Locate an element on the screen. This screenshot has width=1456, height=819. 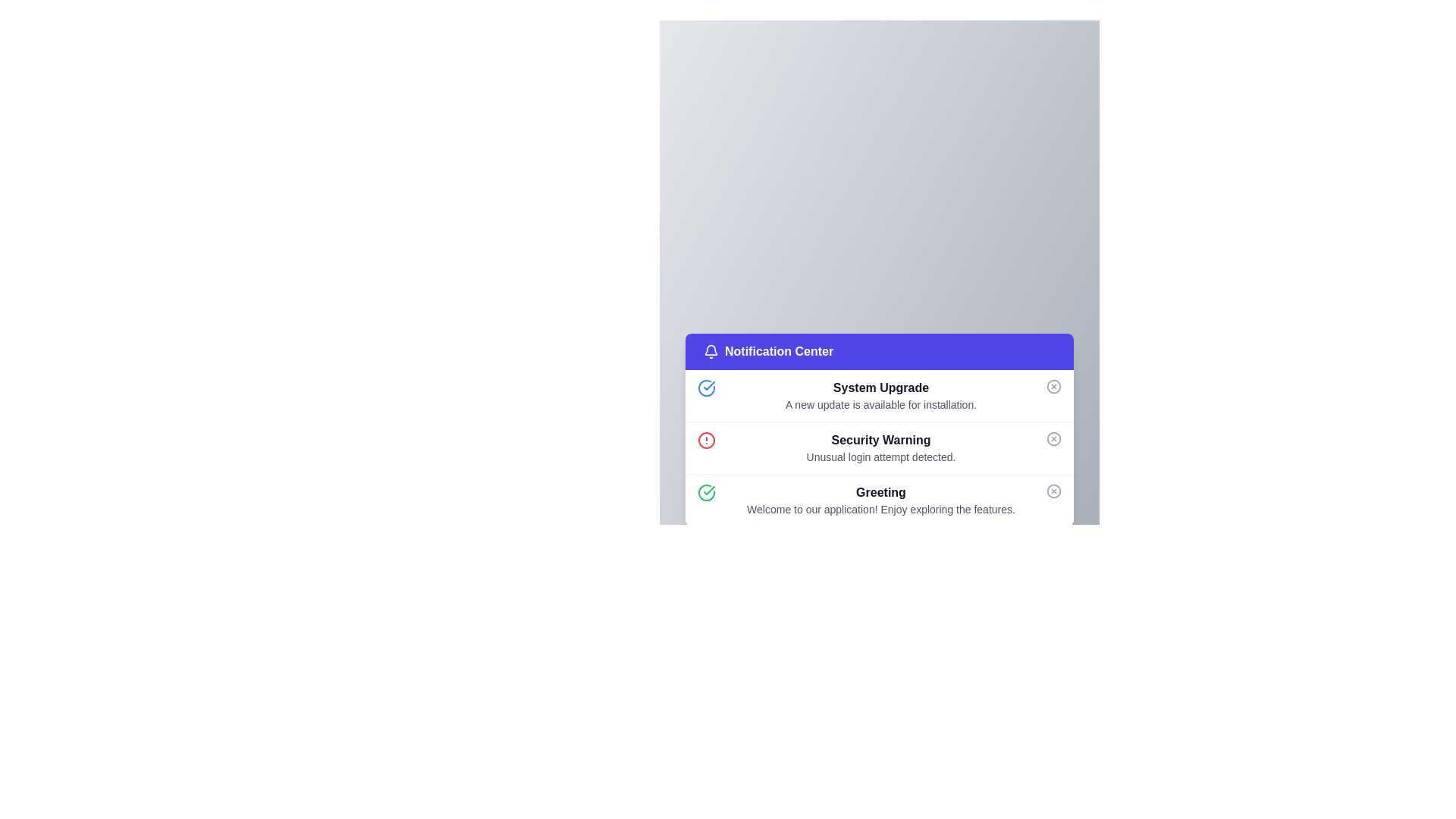
the 'Notification Center' text label, which is a bold text element located in the blue header section of the notification panel is located at coordinates (768, 351).